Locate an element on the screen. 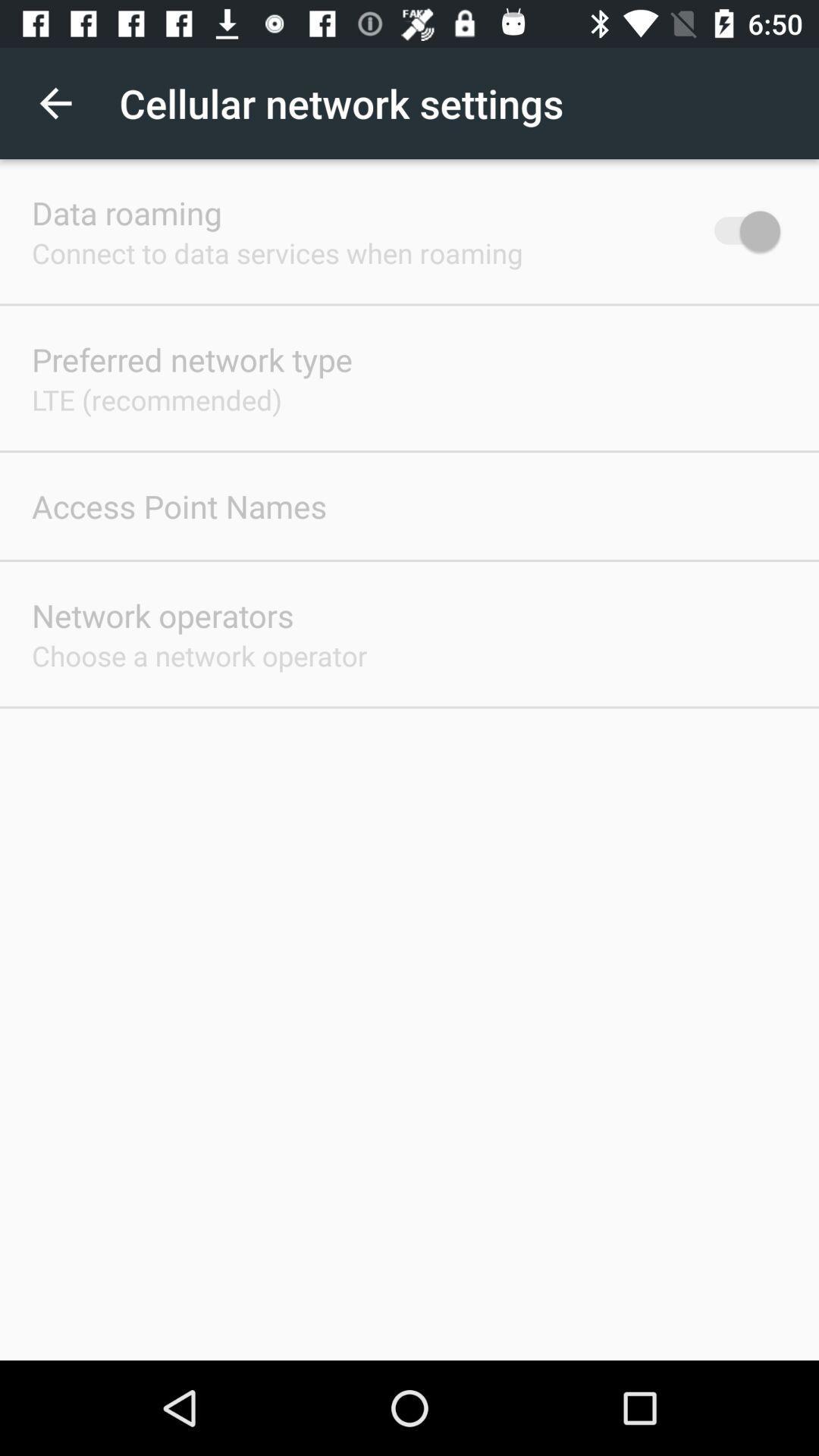  icon below the lte (recommended) app is located at coordinates (178, 506).